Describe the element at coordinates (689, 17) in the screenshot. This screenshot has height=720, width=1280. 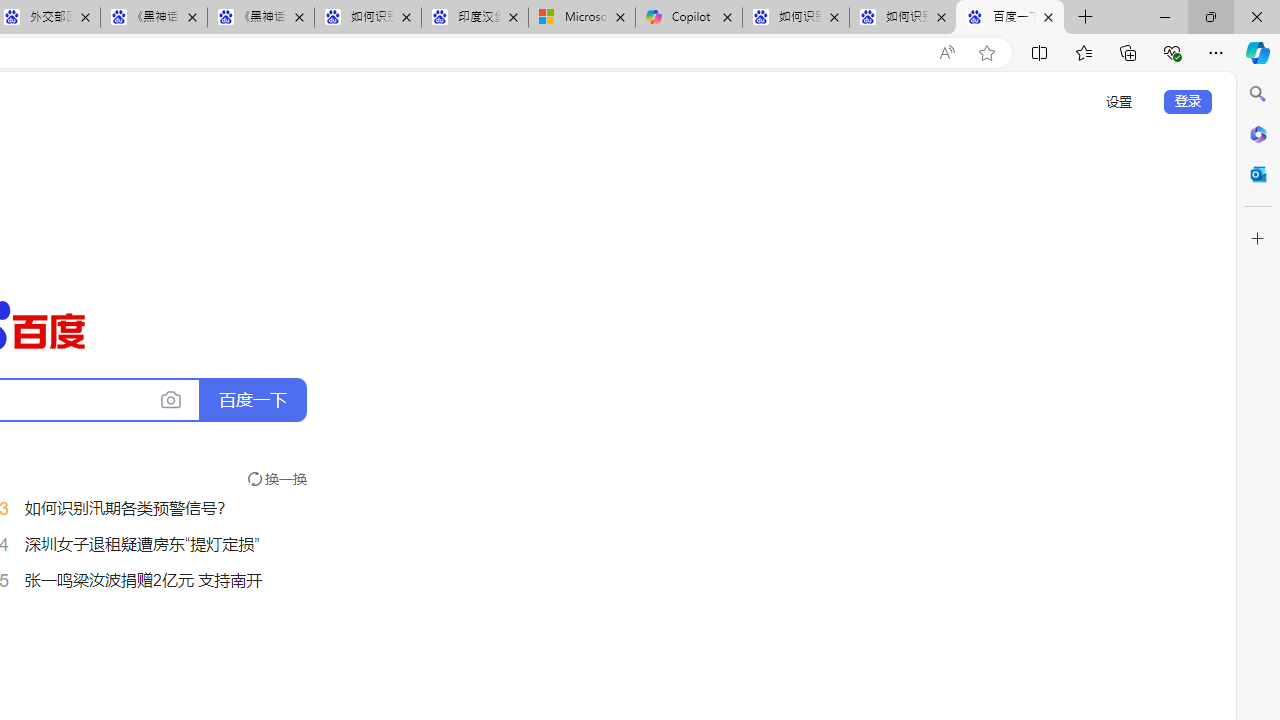
I see `'Copilot'` at that location.